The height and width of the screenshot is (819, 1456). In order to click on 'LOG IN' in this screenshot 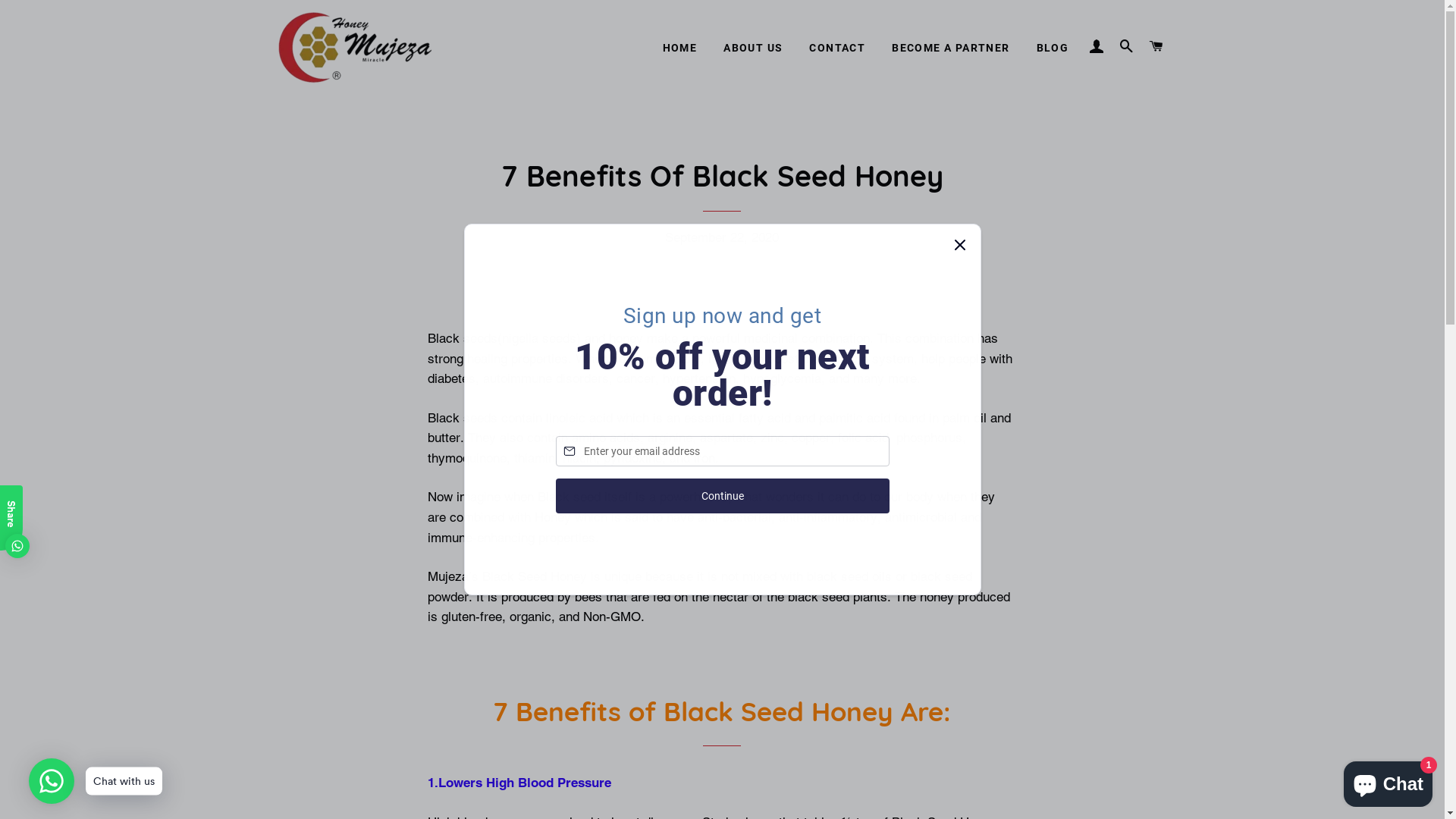, I will do `click(1096, 45)`.